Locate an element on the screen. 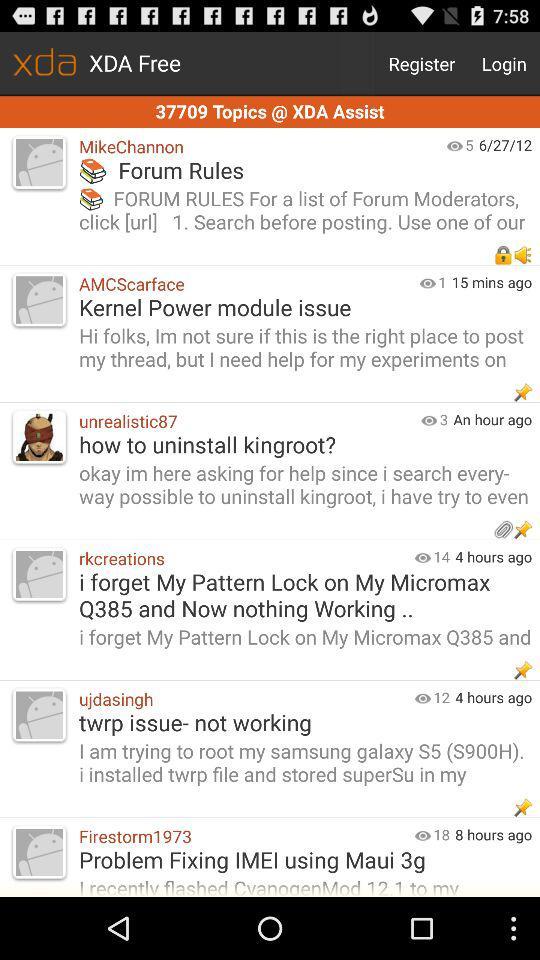 The image size is (540, 960). item next to the login item is located at coordinates (421, 63).